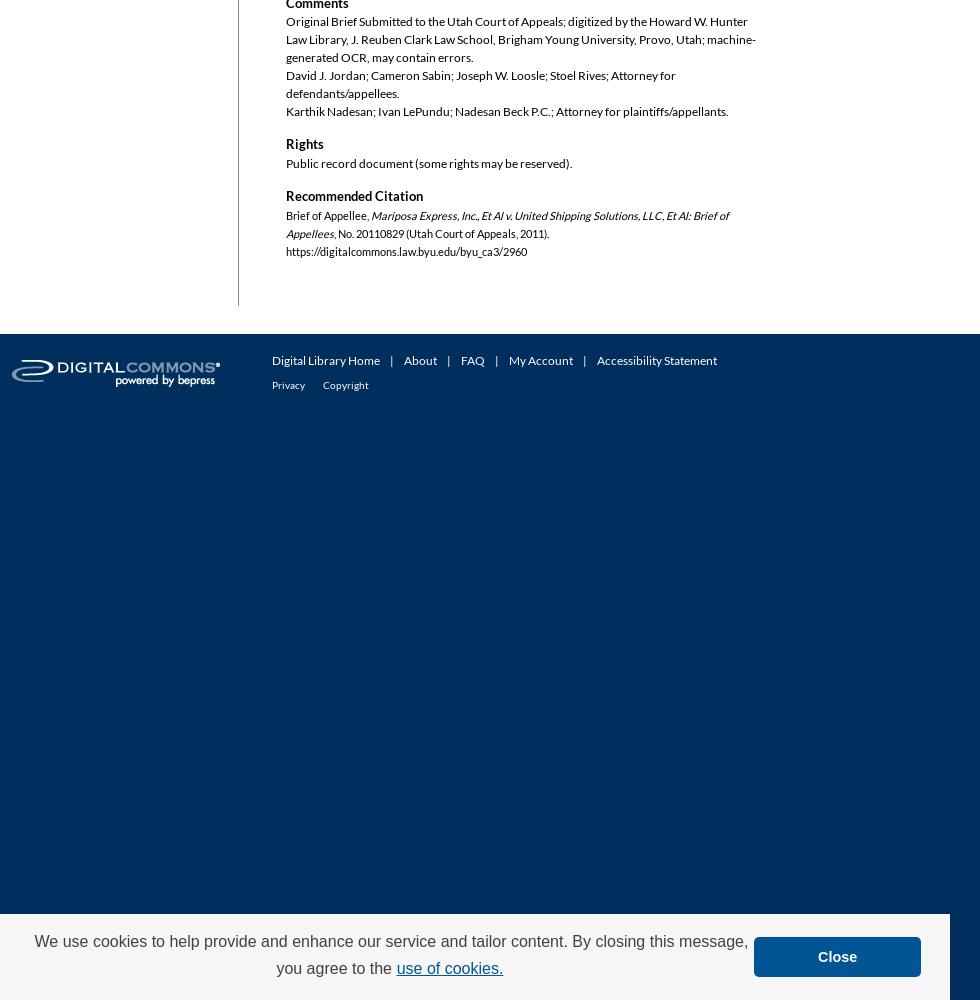 The width and height of the screenshot is (980, 1000). I want to click on 'Recommended Citation', so click(285, 195).